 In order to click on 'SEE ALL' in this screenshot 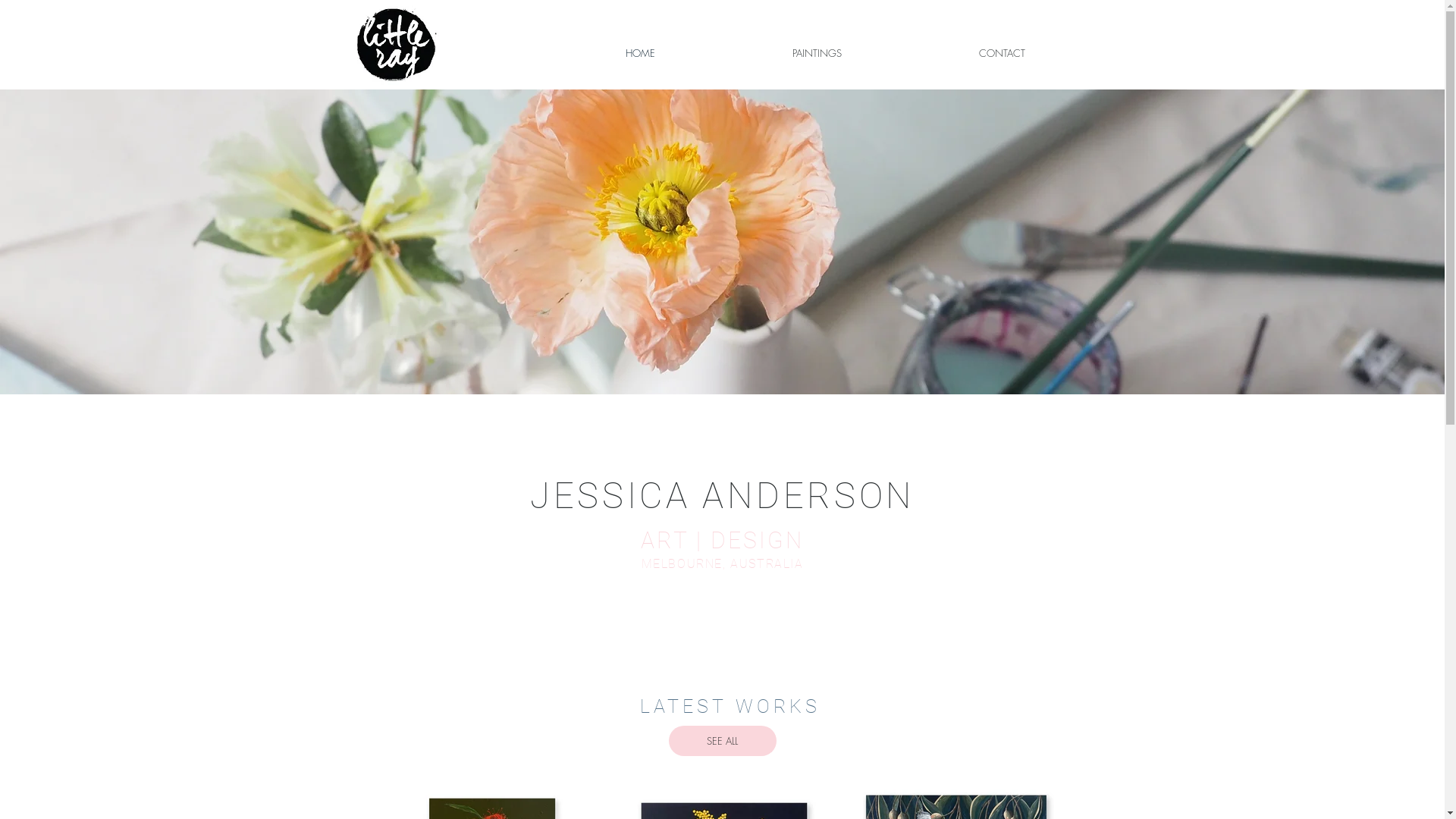, I will do `click(722, 739)`.